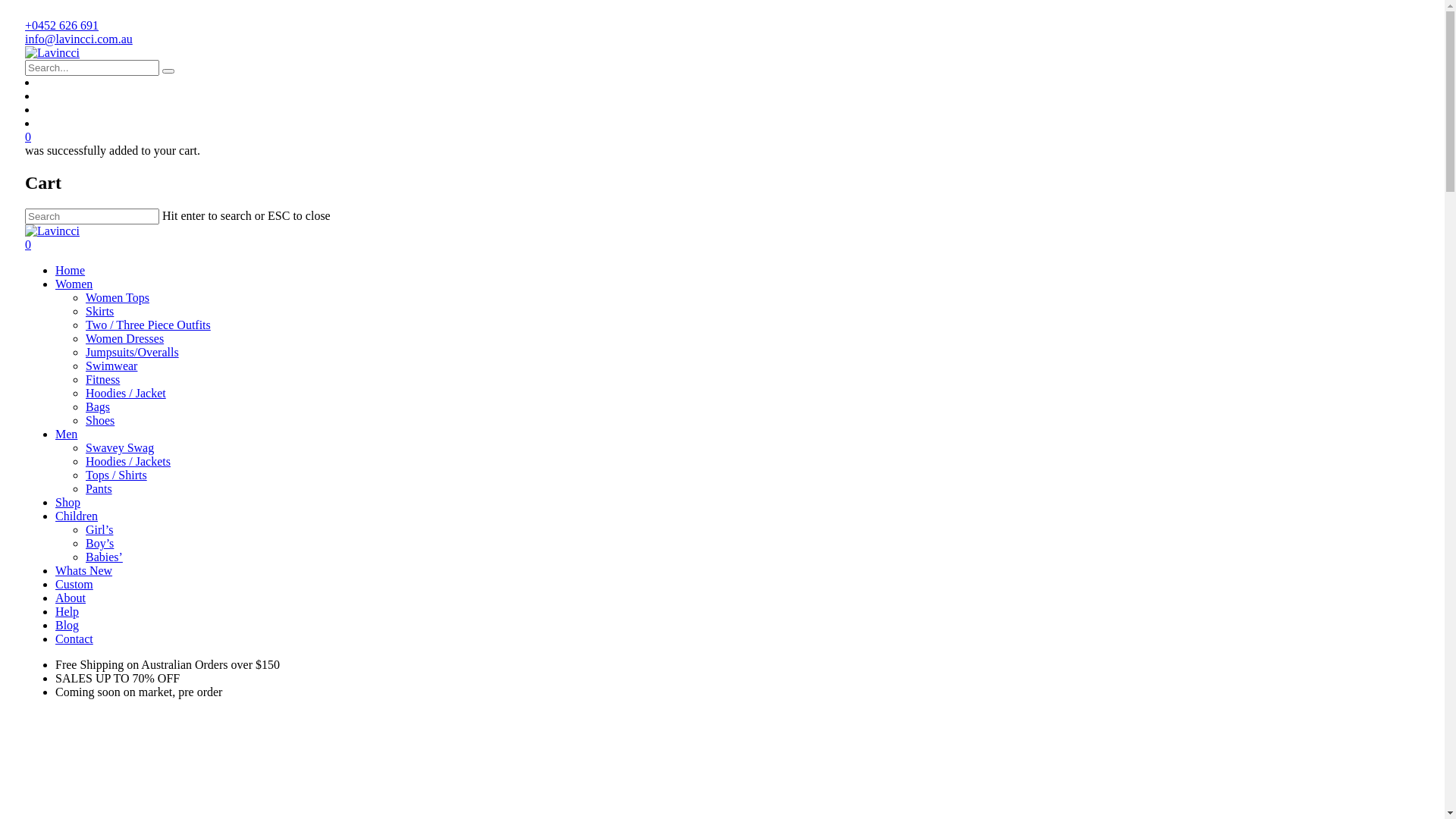 This screenshot has width=1456, height=819. I want to click on 'Jumpsuits/Overalls', so click(85, 352).